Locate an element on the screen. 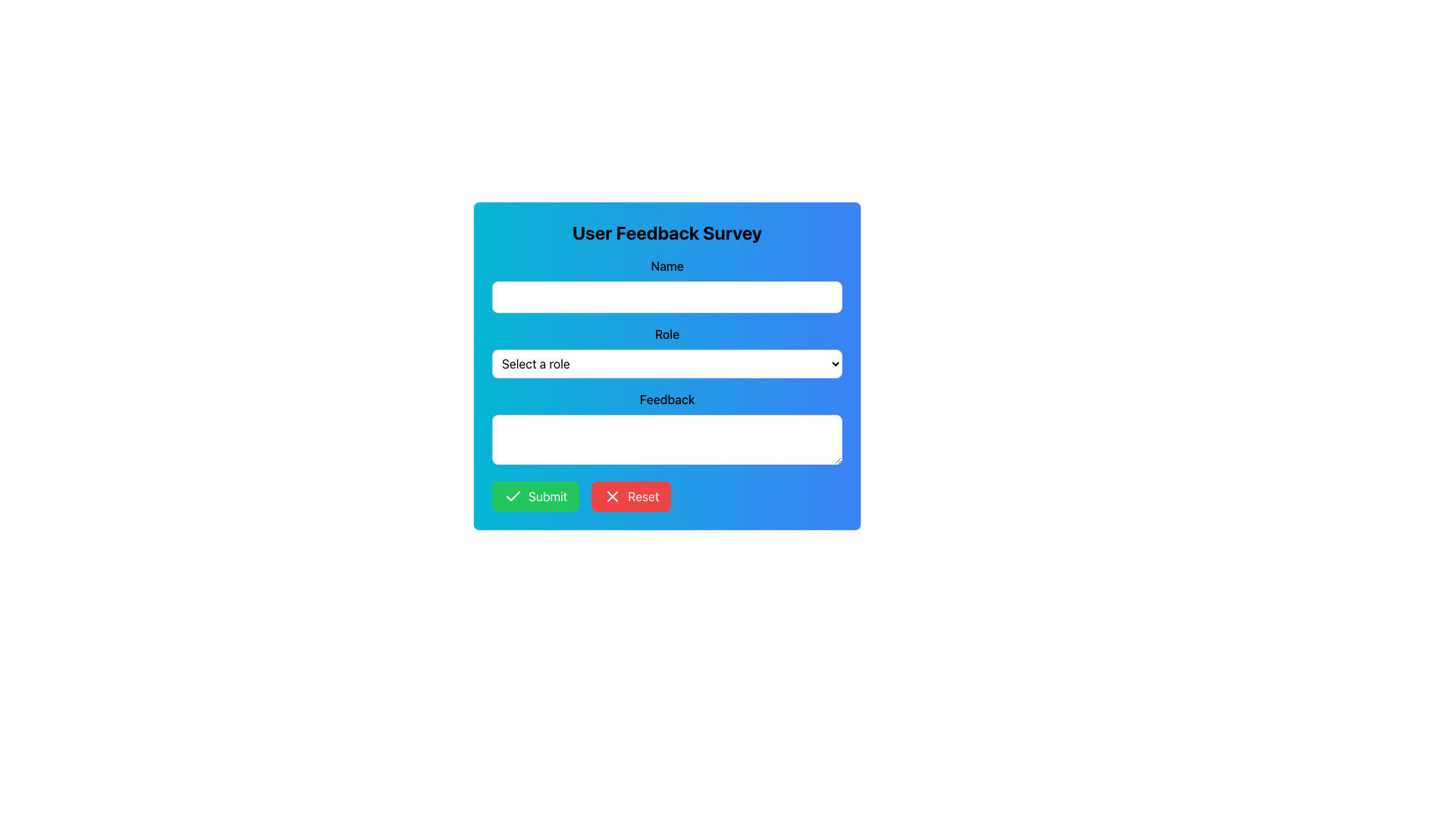 Image resolution: width=1456 pixels, height=819 pixels. the check icon which is part of the 'Submit' button, located at the bottom-left corner of the form, next to the red 'Reset' button is located at coordinates (513, 497).